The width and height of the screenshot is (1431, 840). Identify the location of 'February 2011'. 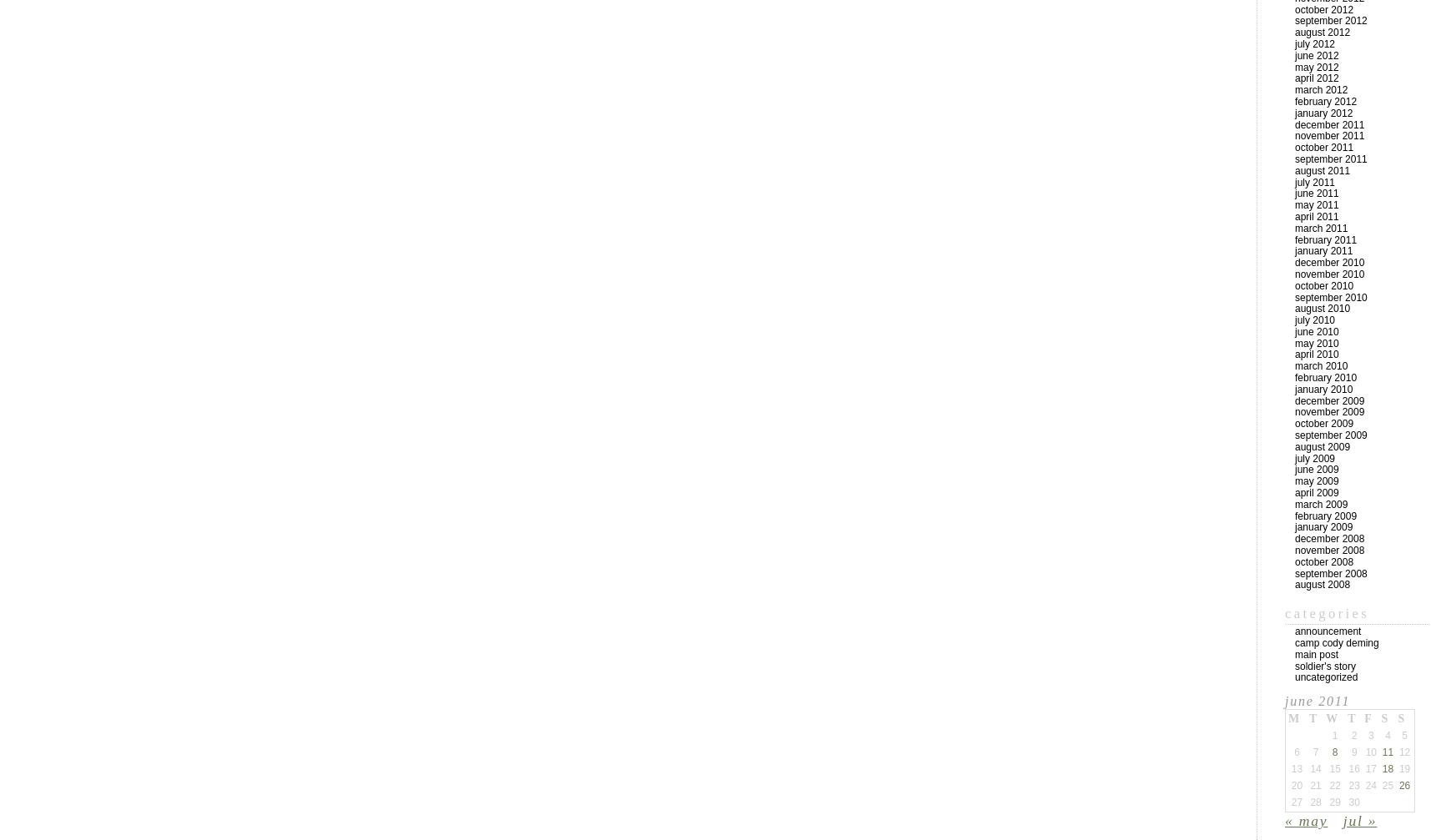
(1324, 239).